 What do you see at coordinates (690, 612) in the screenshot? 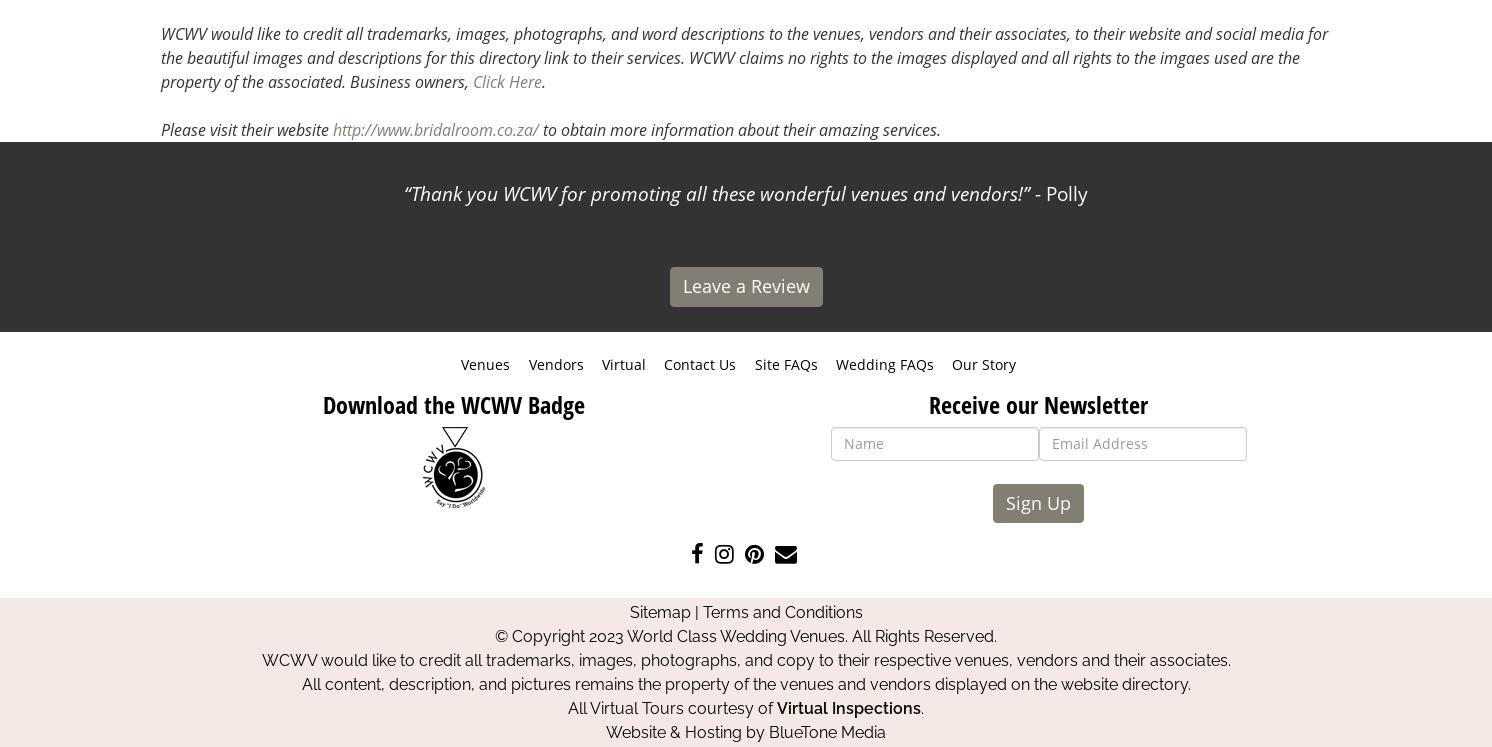
I see `'|'` at bounding box center [690, 612].